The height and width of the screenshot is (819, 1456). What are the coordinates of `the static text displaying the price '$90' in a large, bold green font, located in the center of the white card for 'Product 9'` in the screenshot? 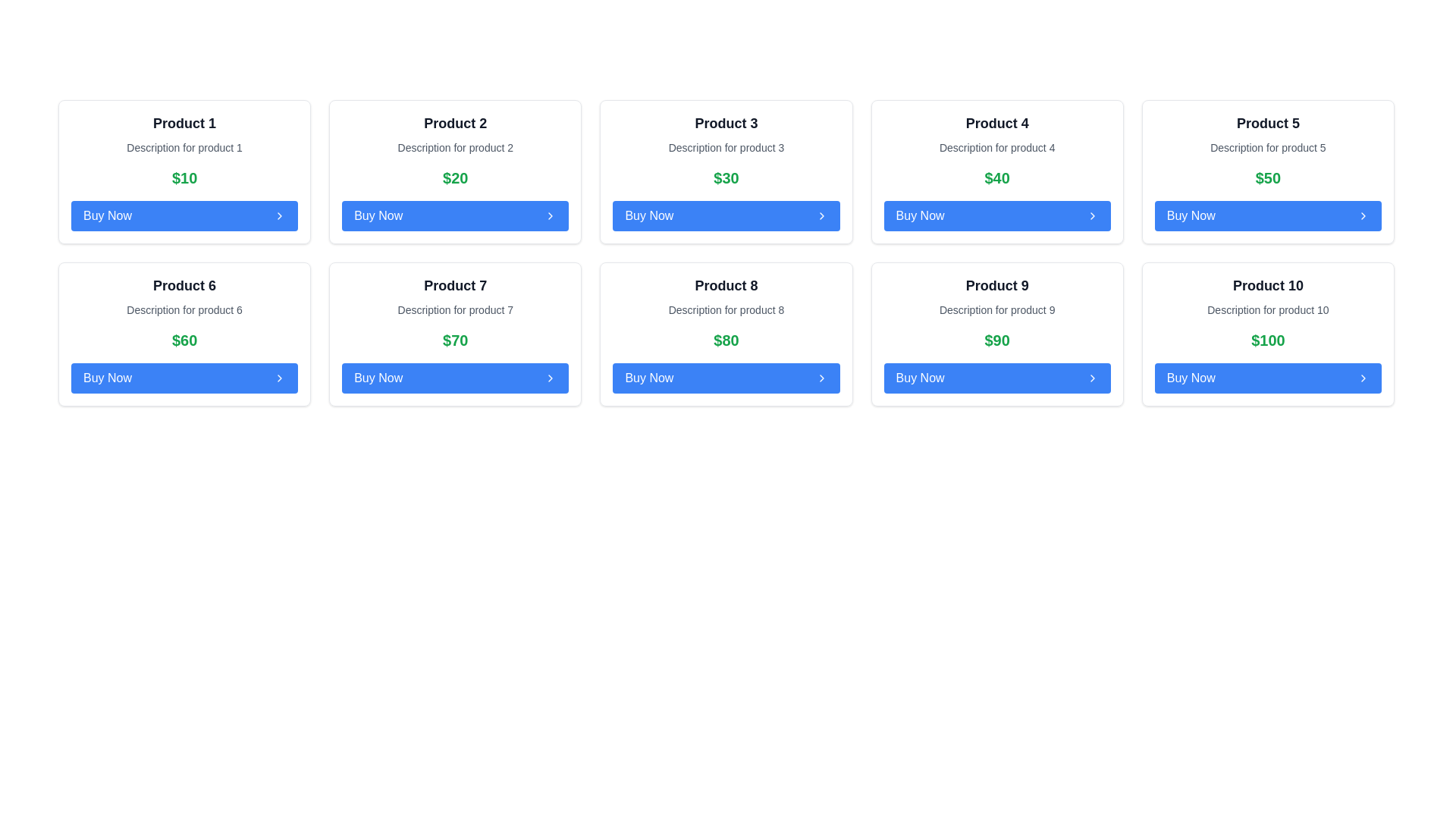 It's located at (997, 339).